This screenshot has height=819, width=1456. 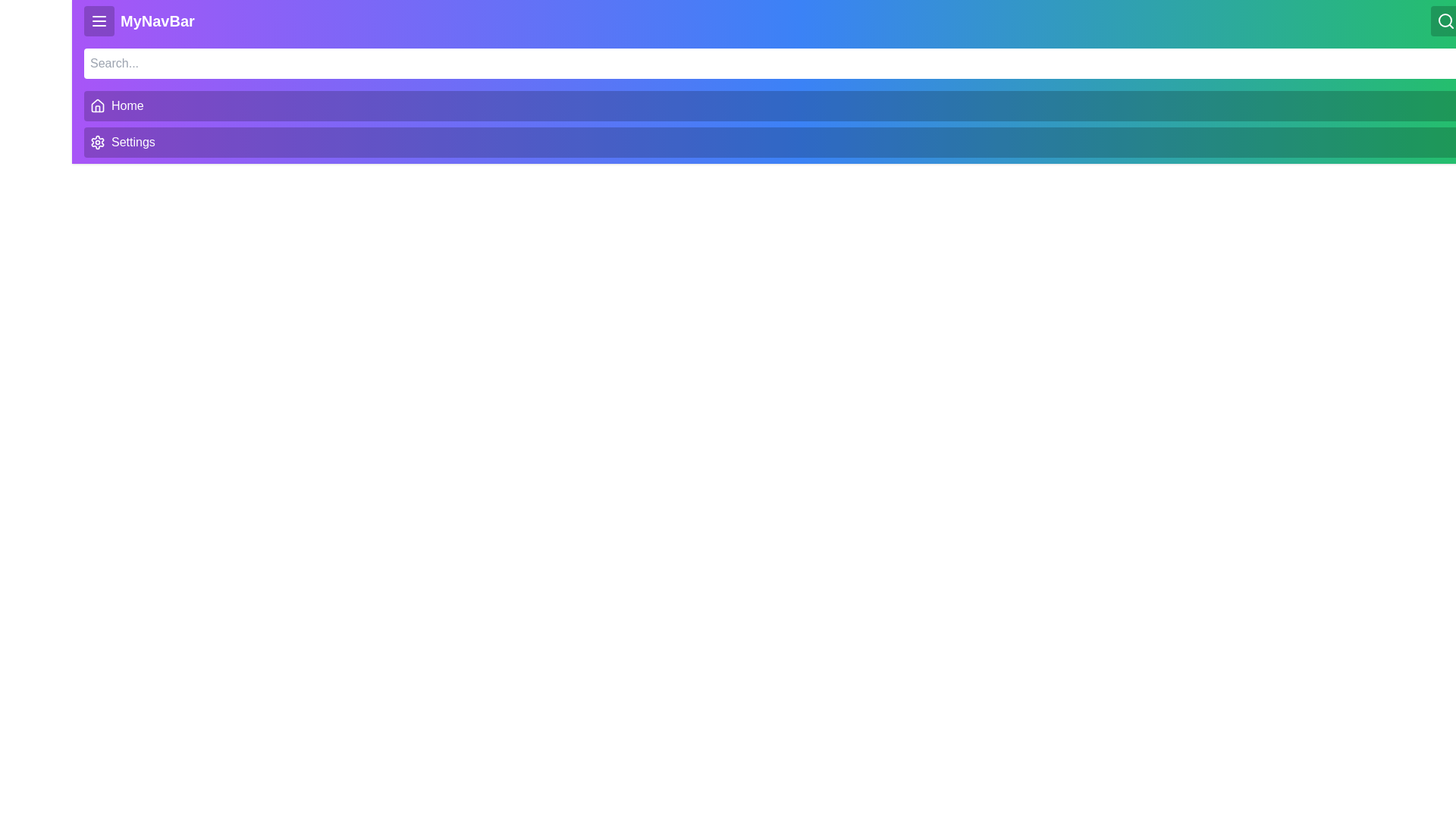 I want to click on the 'MyNavBar' text label, which is prominently displayed in bold on a purple gradient background, so click(x=139, y=20).